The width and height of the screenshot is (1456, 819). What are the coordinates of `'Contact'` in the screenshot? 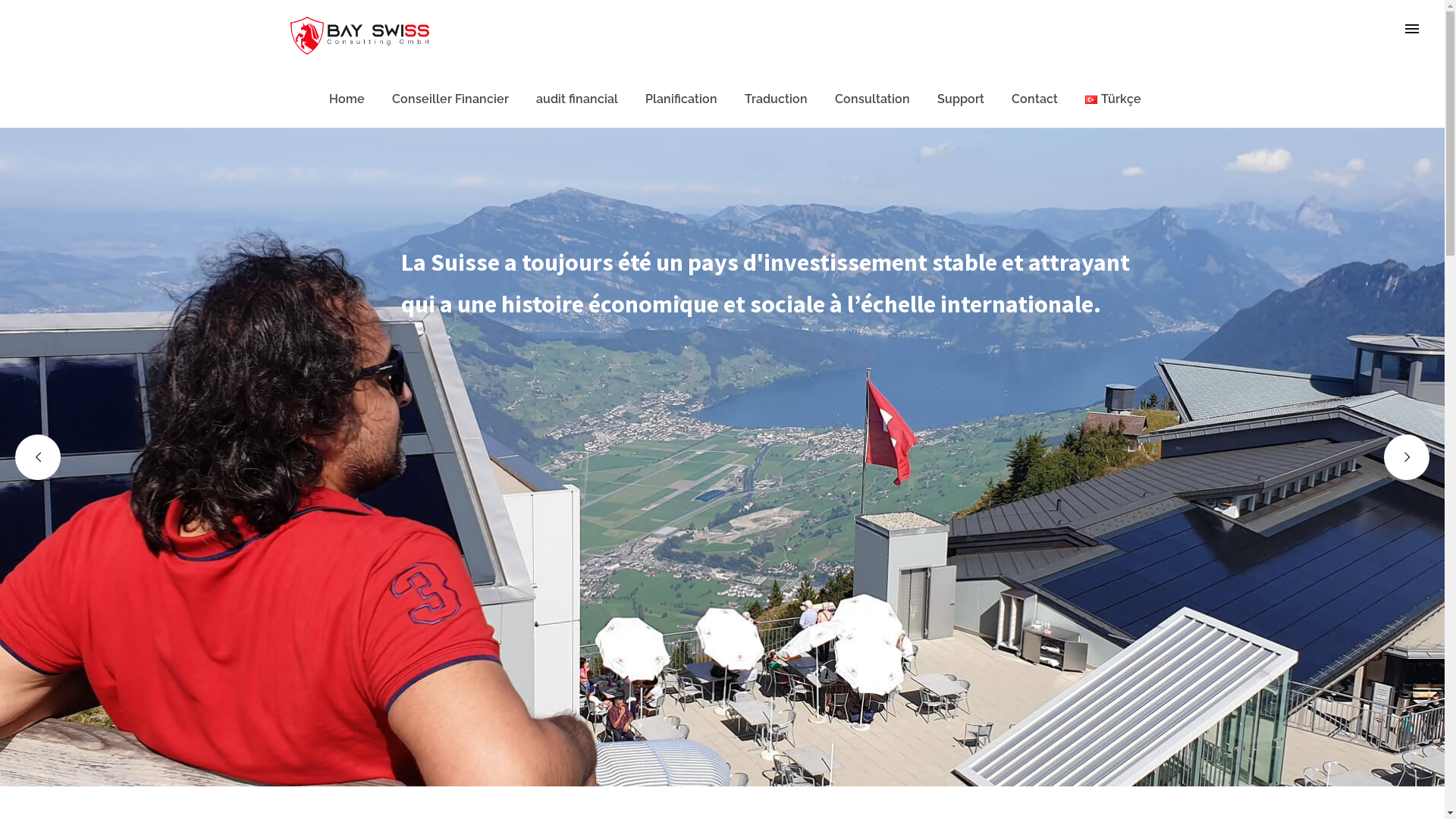 It's located at (1034, 99).